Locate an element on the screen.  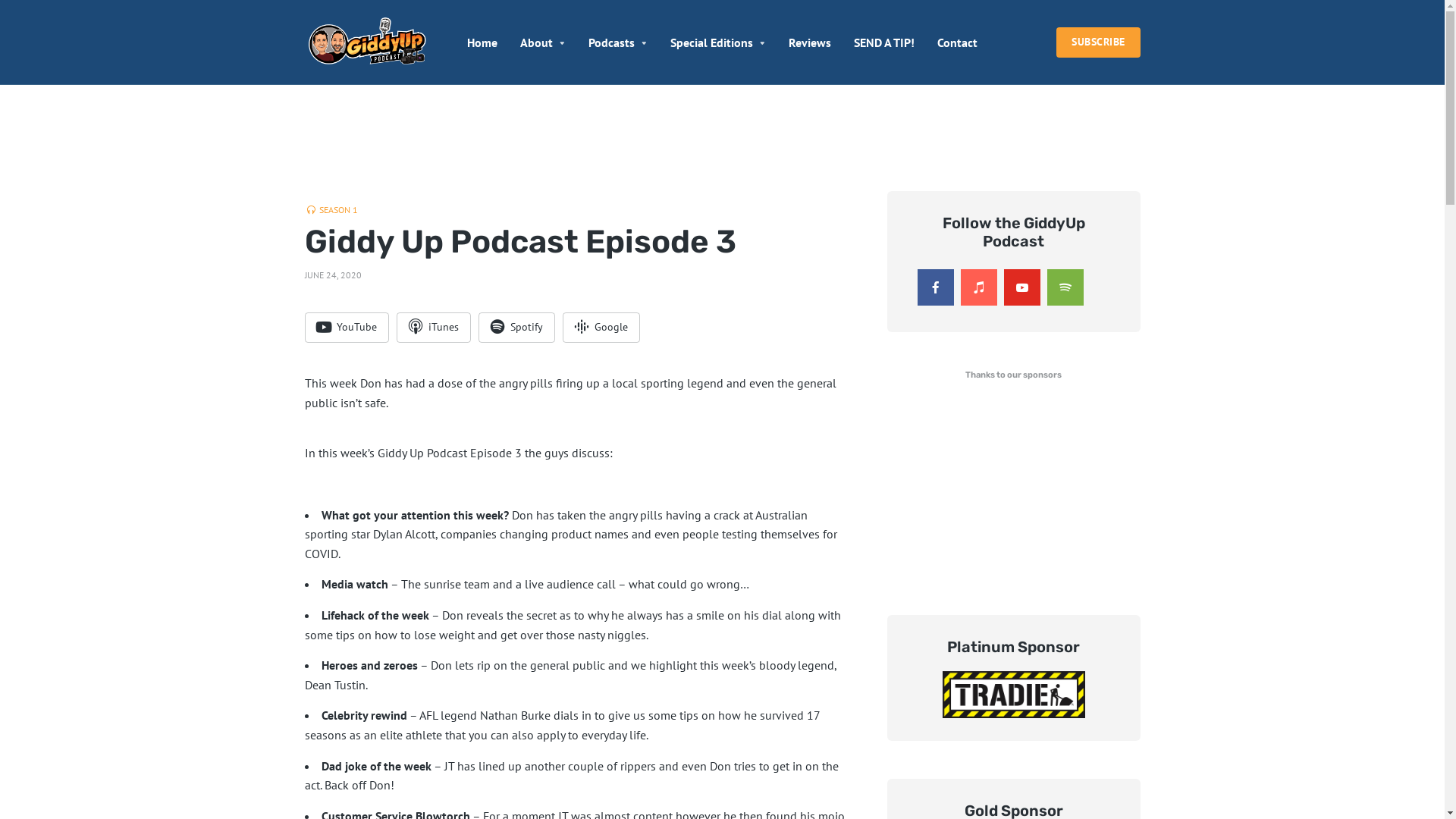
'Spotify' is located at coordinates (516, 327).